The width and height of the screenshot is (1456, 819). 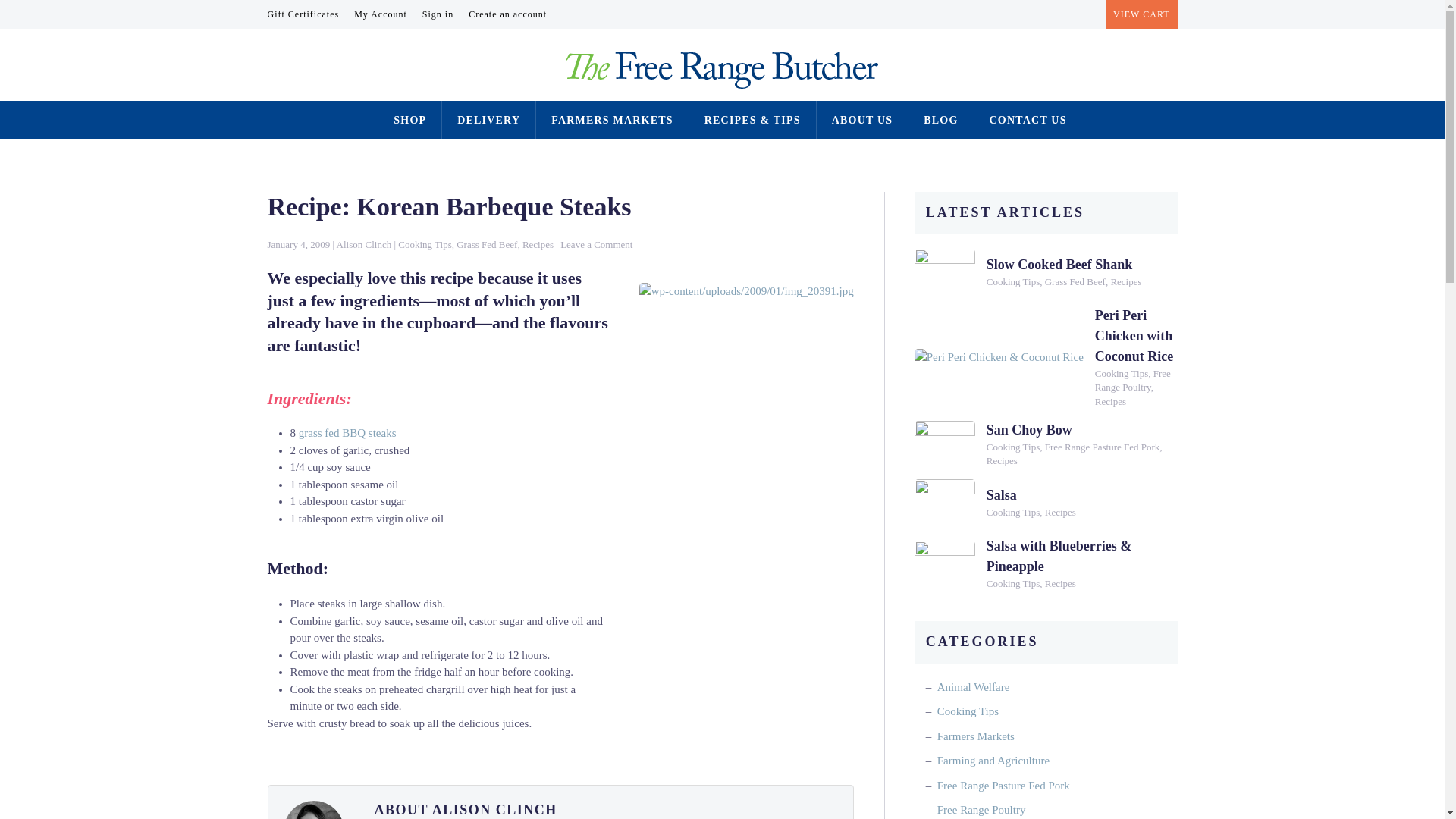 What do you see at coordinates (993, 760) in the screenshot?
I see `'Farming and Agriculture'` at bounding box center [993, 760].